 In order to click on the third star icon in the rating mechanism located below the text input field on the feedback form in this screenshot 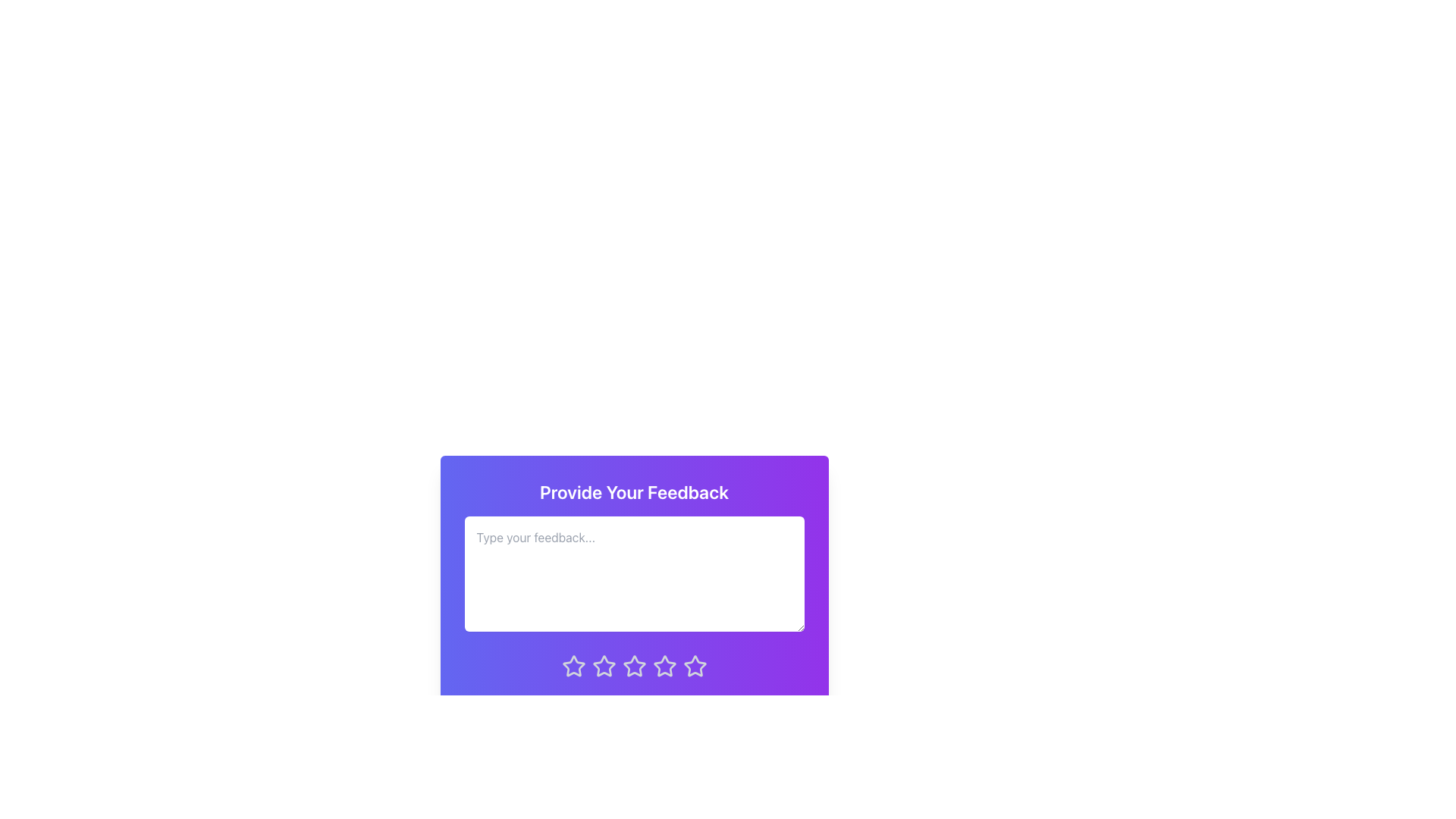, I will do `click(634, 665)`.